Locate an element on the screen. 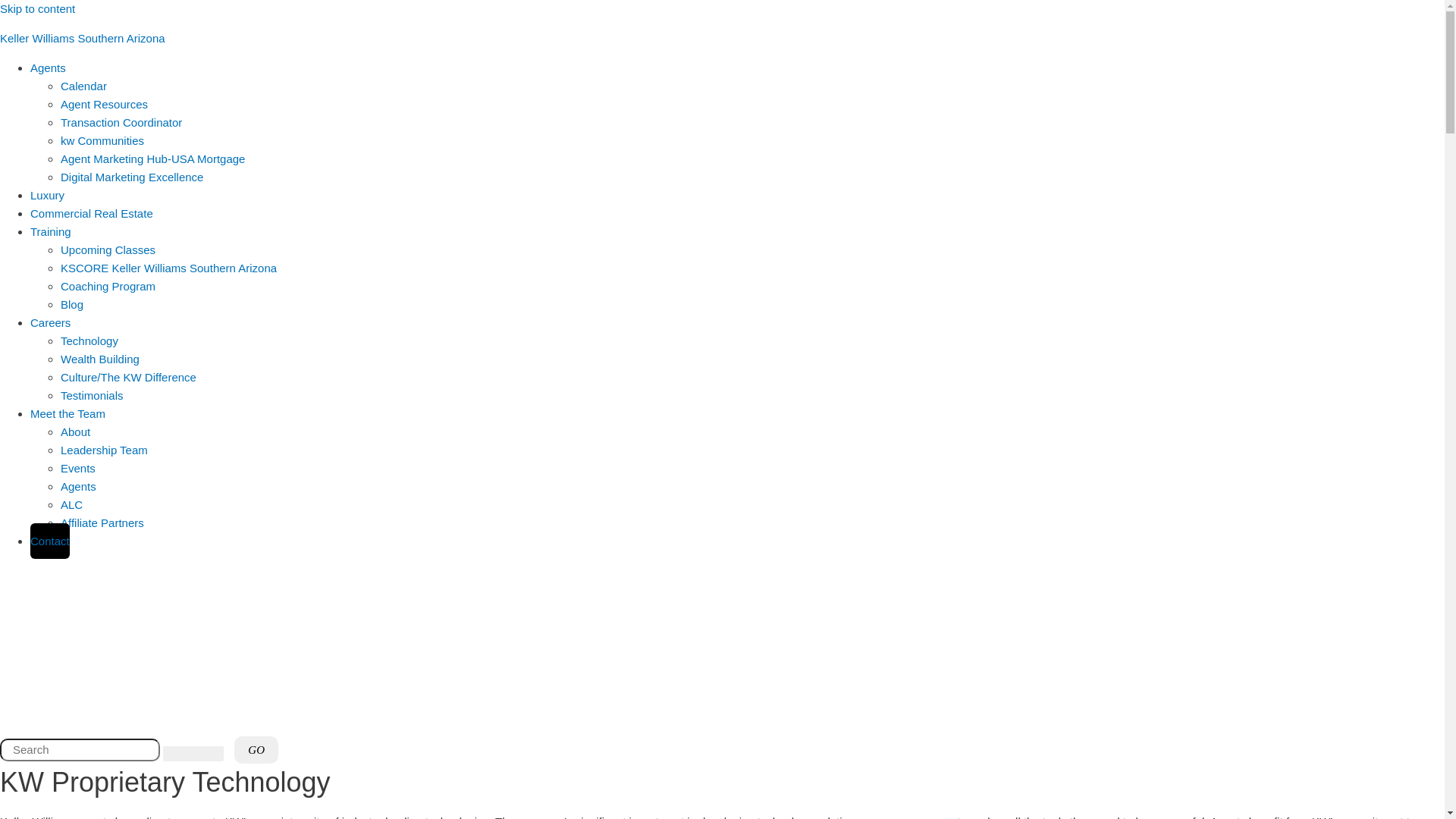 Image resolution: width=1456 pixels, height=819 pixels. 'Coaching Program' is located at coordinates (107, 286).